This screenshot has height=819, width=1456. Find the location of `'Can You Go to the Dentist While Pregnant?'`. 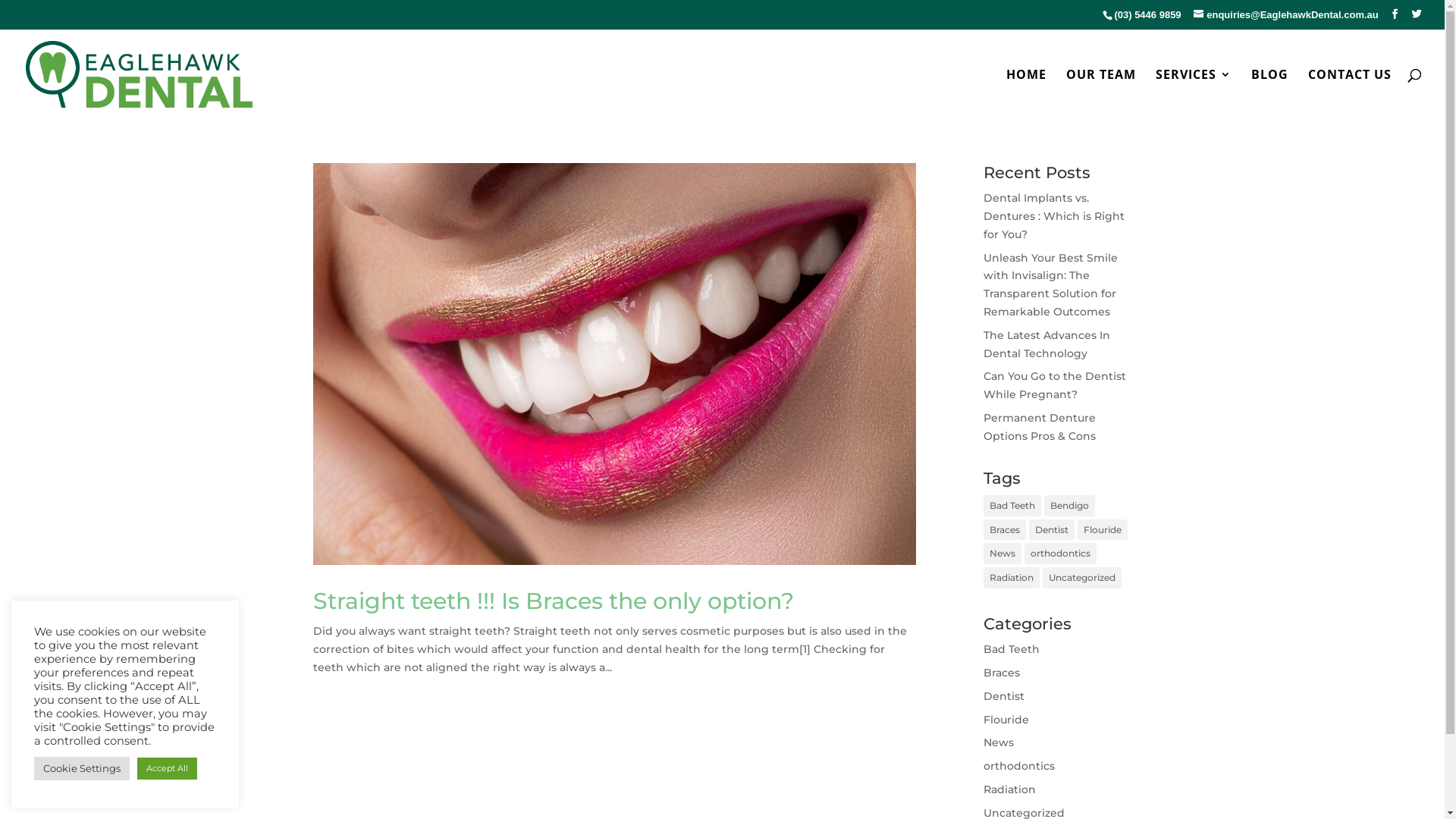

'Can You Go to the Dentist While Pregnant?' is located at coordinates (1054, 384).